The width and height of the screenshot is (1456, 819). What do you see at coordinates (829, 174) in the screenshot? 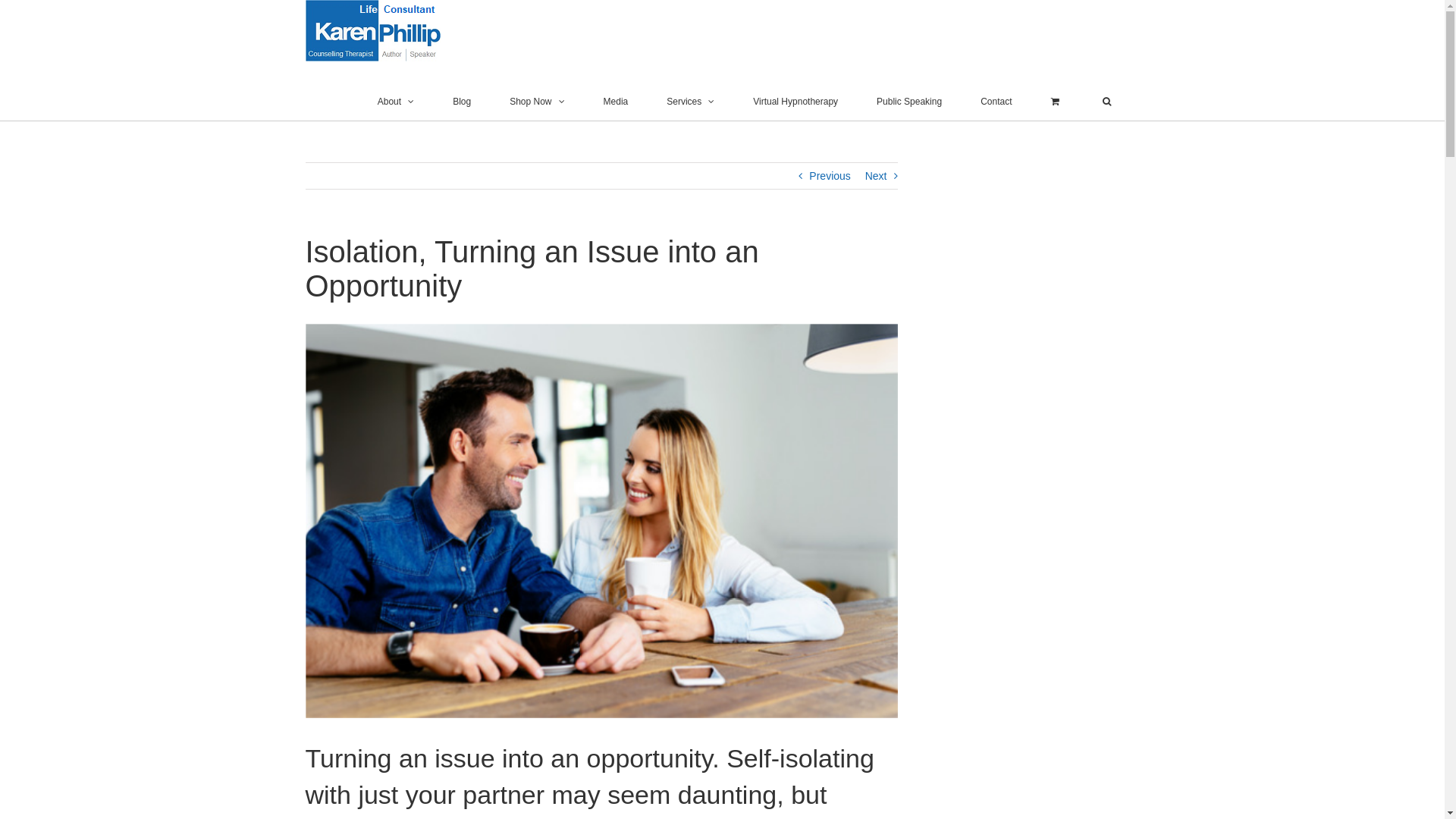
I see `'Previous'` at bounding box center [829, 174].